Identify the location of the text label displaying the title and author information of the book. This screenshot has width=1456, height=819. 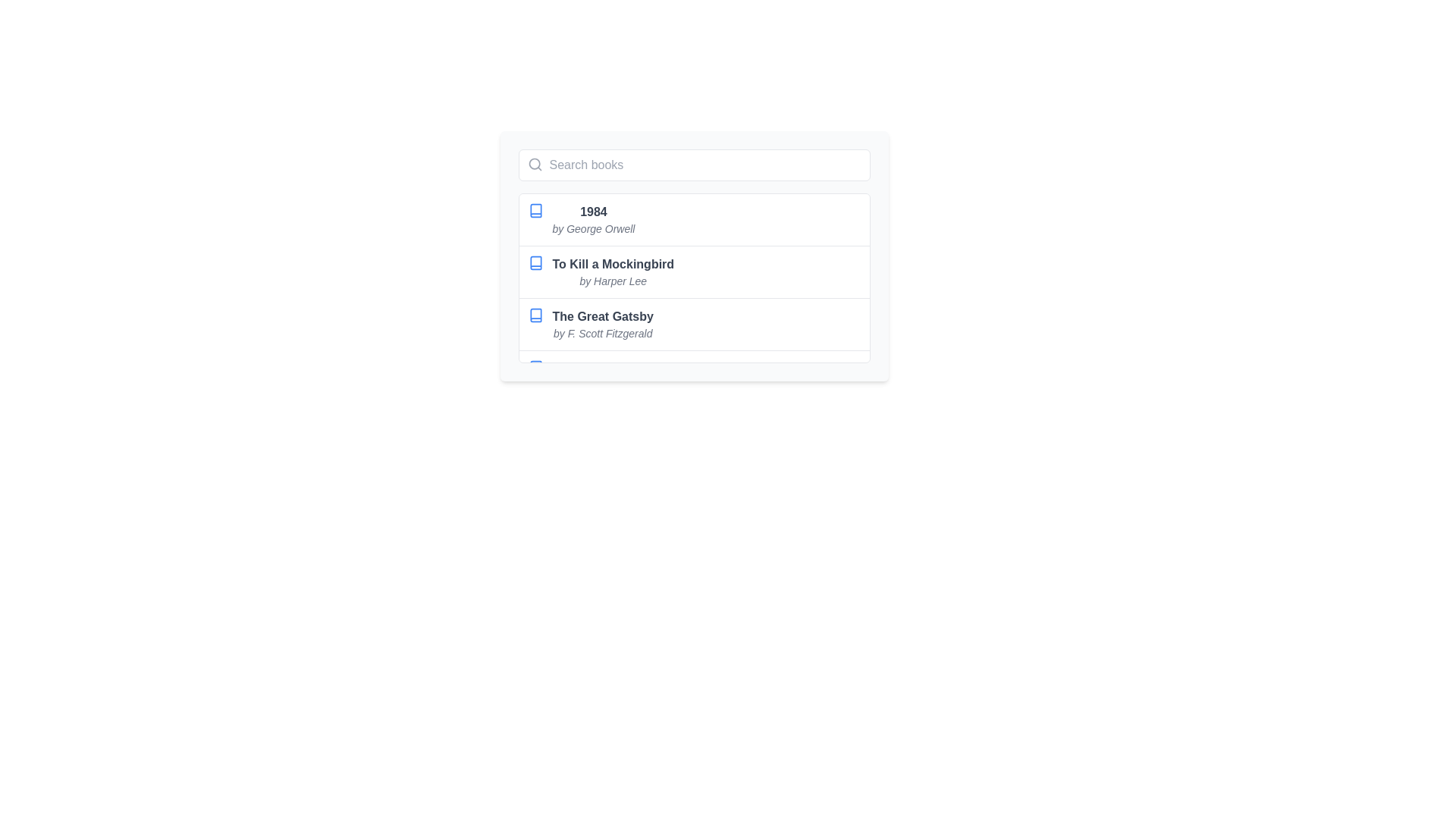
(602, 315).